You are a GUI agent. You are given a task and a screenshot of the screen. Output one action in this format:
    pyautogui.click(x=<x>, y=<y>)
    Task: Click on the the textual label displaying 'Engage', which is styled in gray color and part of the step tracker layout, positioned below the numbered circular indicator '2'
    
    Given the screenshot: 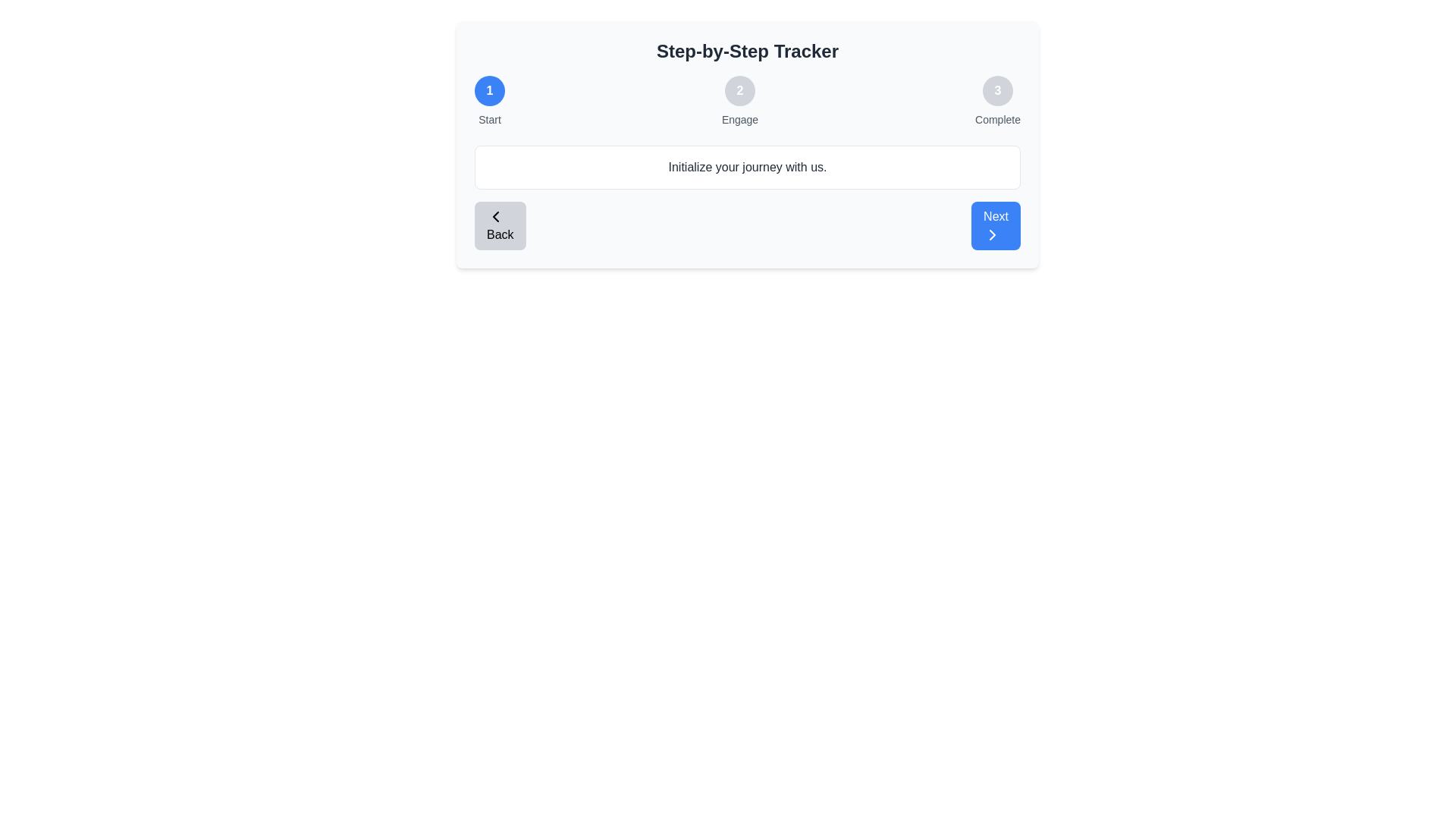 What is the action you would take?
    pyautogui.click(x=739, y=119)
    